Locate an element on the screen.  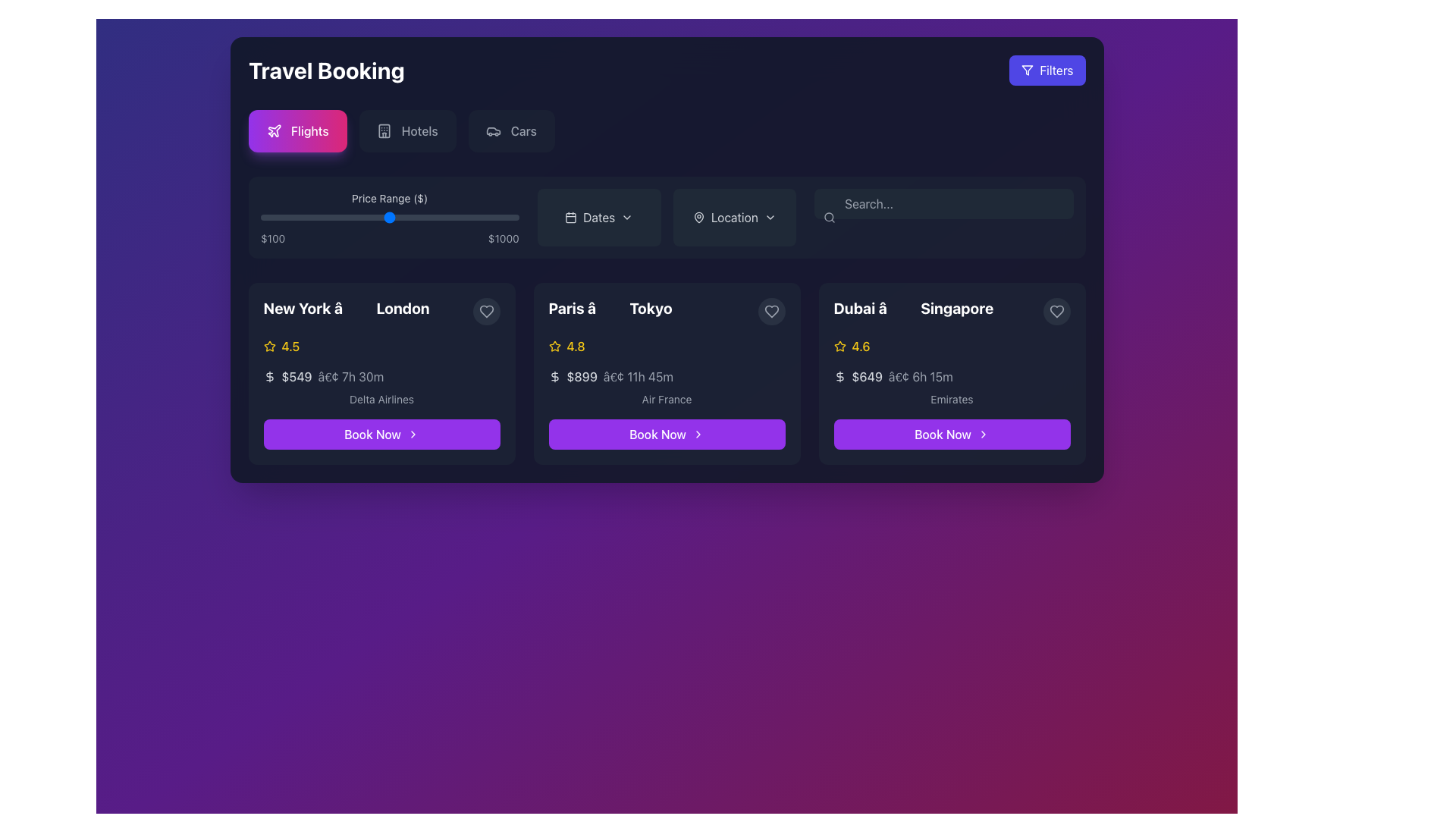
the vibrant purple 'Book Now' button with rounded corners is located at coordinates (667, 435).